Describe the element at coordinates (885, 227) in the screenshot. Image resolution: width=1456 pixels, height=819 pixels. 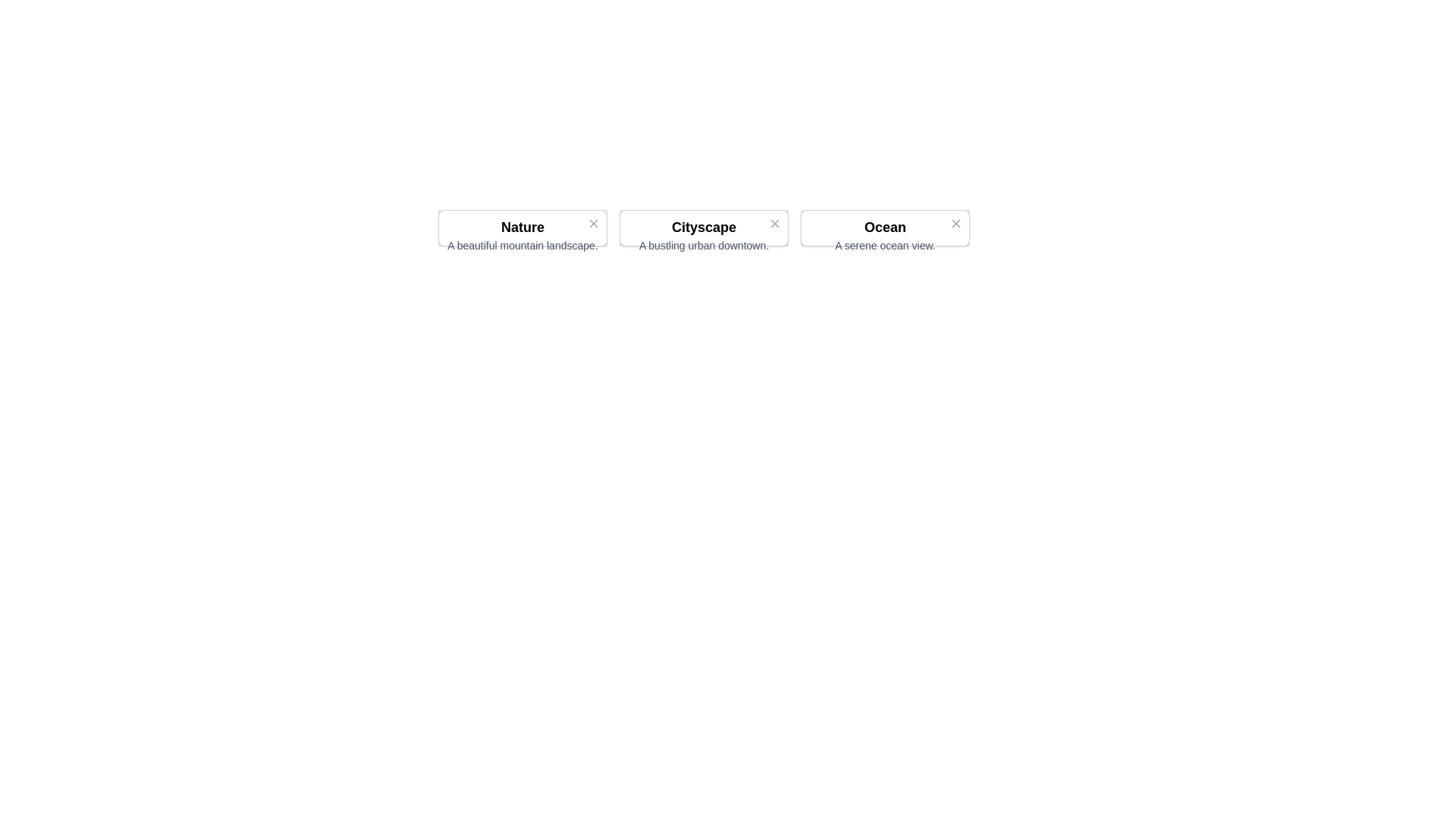
I see `text label representing the 'Ocean' category, which is the third tab in the navigation bar` at that location.